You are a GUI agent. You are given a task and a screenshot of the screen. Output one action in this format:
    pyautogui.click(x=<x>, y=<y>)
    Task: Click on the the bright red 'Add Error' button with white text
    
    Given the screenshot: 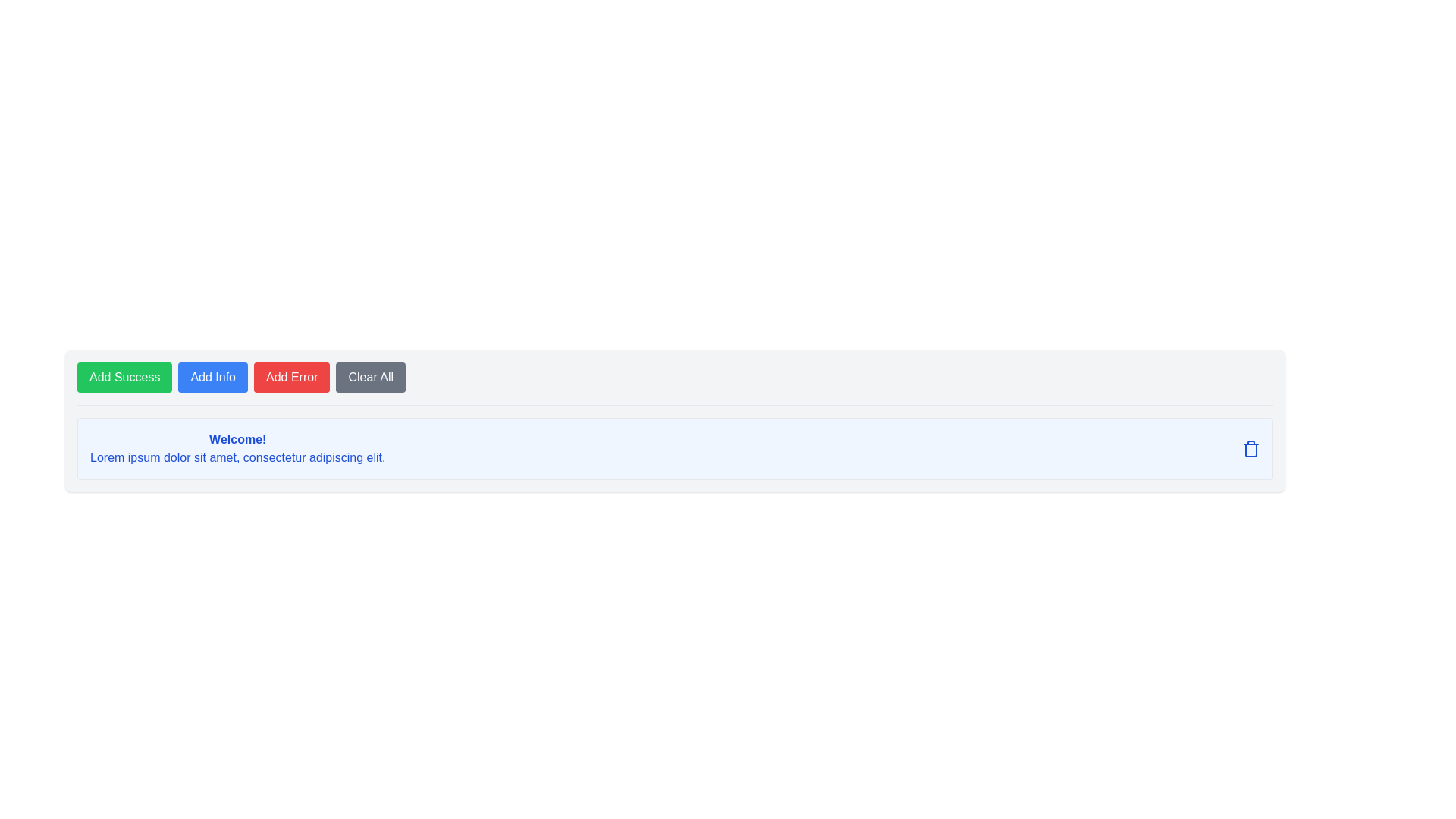 What is the action you would take?
    pyautogui.click(x=292, y=376)
    